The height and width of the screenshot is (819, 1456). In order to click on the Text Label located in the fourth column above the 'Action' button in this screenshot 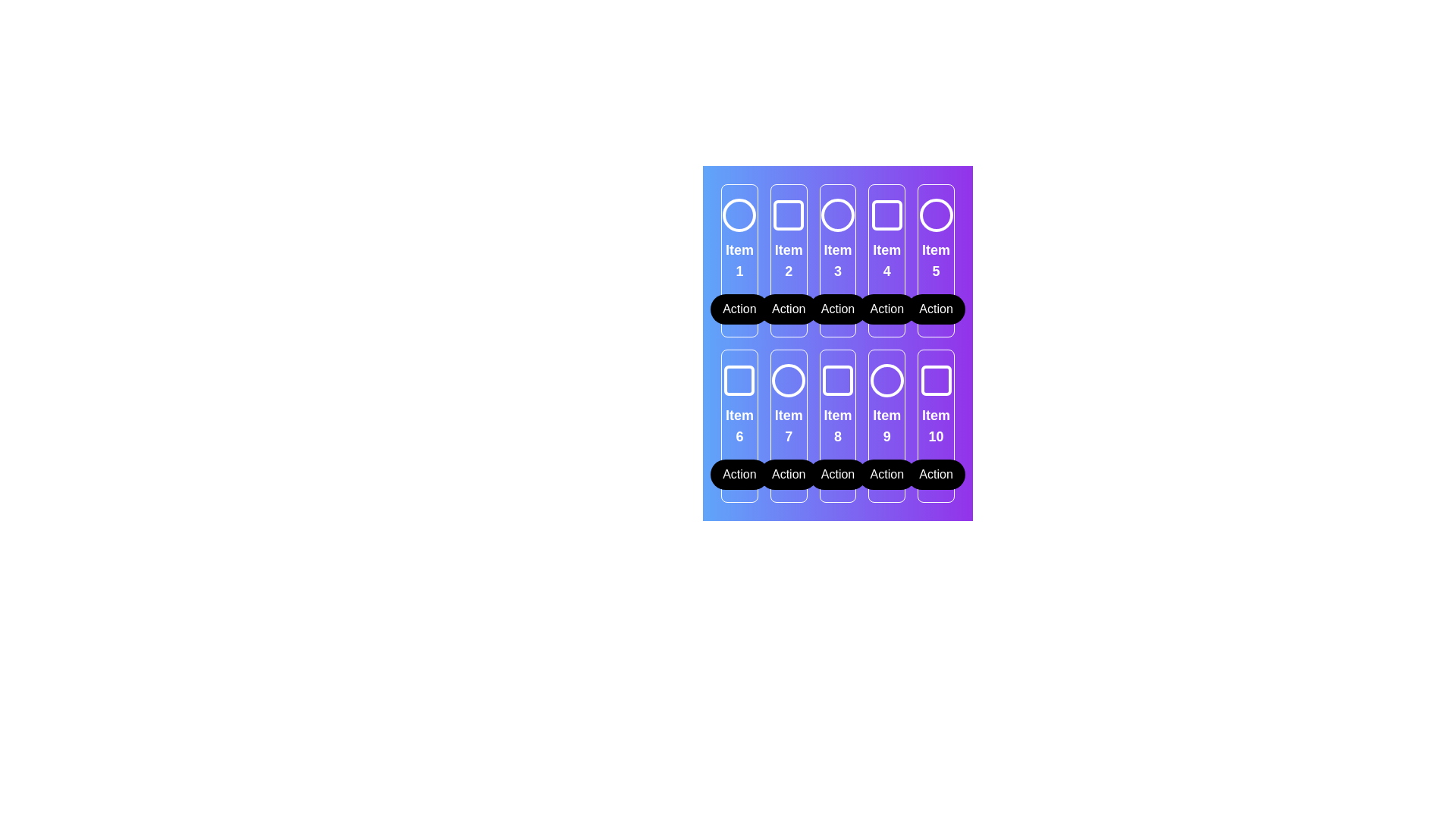, I will do `click(886, 259)`.